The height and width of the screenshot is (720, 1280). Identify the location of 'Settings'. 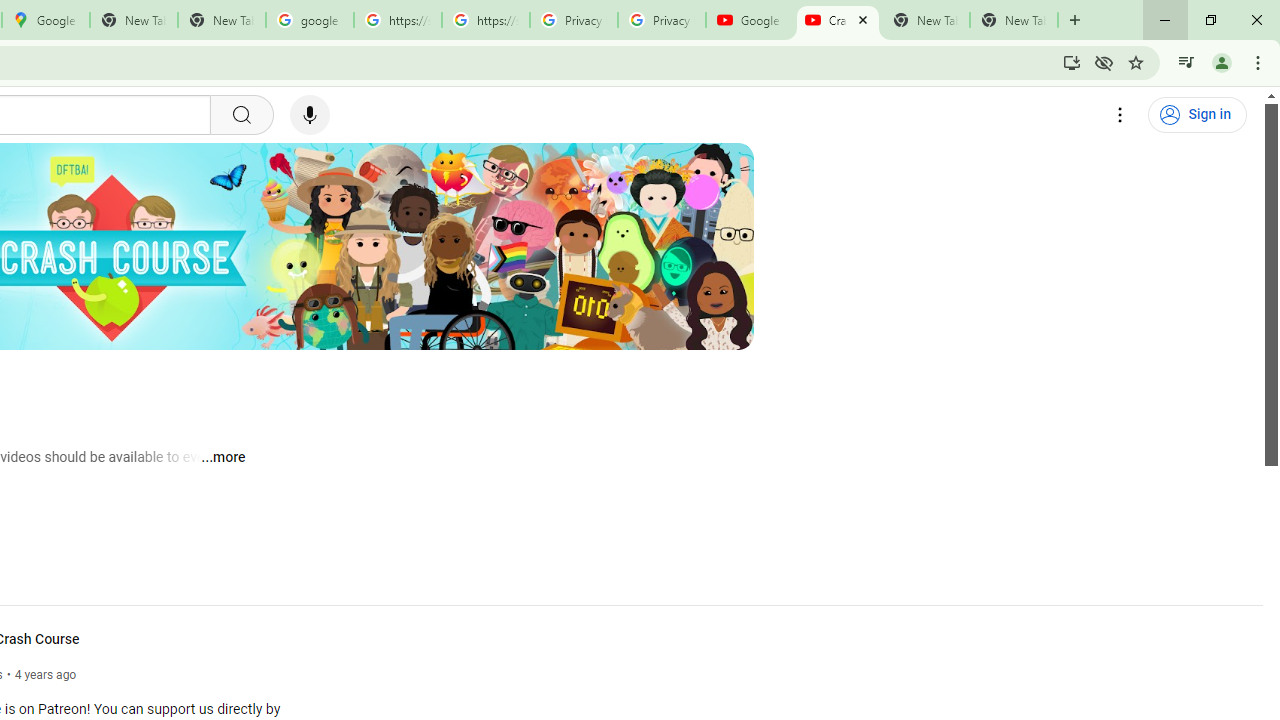
(1120, 115).